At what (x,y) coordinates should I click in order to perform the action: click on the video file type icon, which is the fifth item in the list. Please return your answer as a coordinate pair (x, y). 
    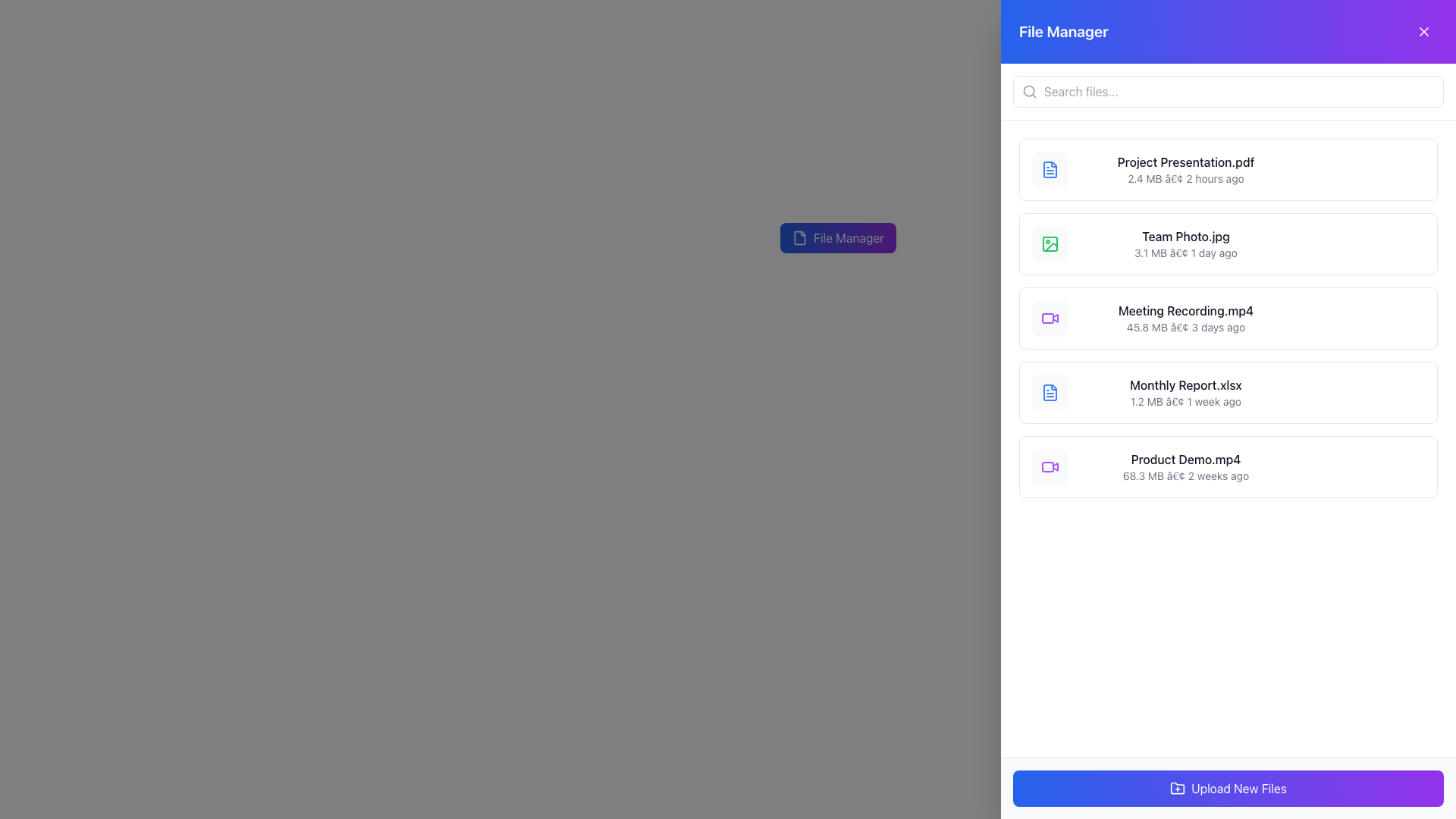
    Looking at the image, I should click on (1047, 318).